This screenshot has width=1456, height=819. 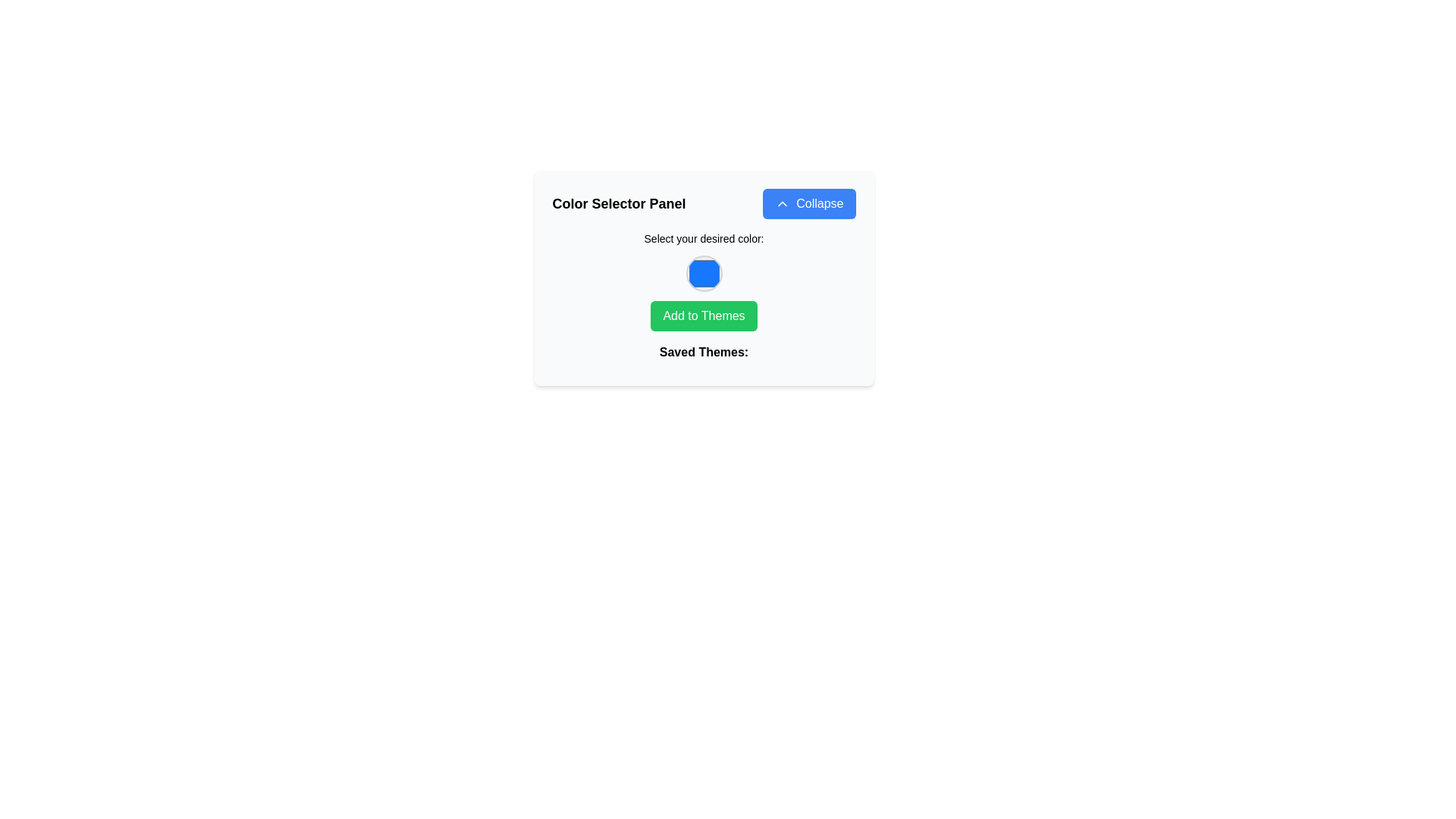 I want to click on the static text label indicating the section for saved themes, which is positioned below the 'Add to Themes' button, so click(x=703, y=356).